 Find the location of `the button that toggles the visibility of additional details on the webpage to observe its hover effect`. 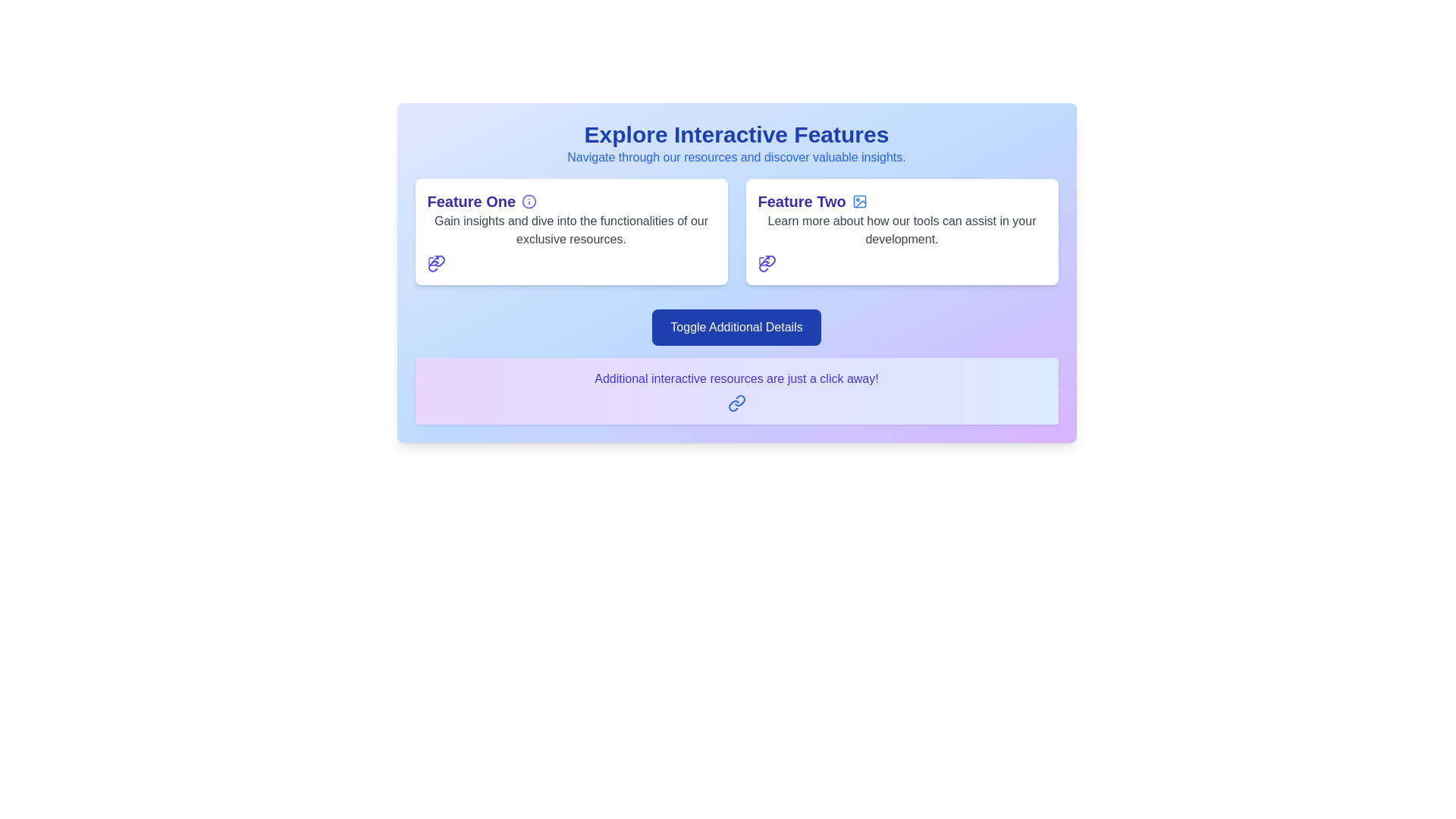

the button that toggles the visibility of additional details on the webpage to observe its hover effect is located at coordinates (736, 327).